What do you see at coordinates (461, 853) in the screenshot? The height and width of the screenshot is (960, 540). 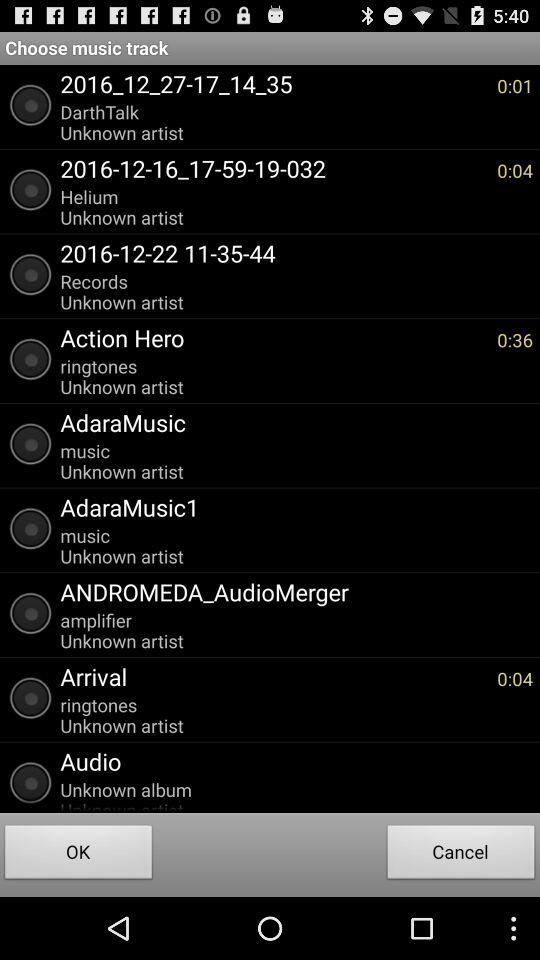 I see `cancel` at bounding box center [461, 853].